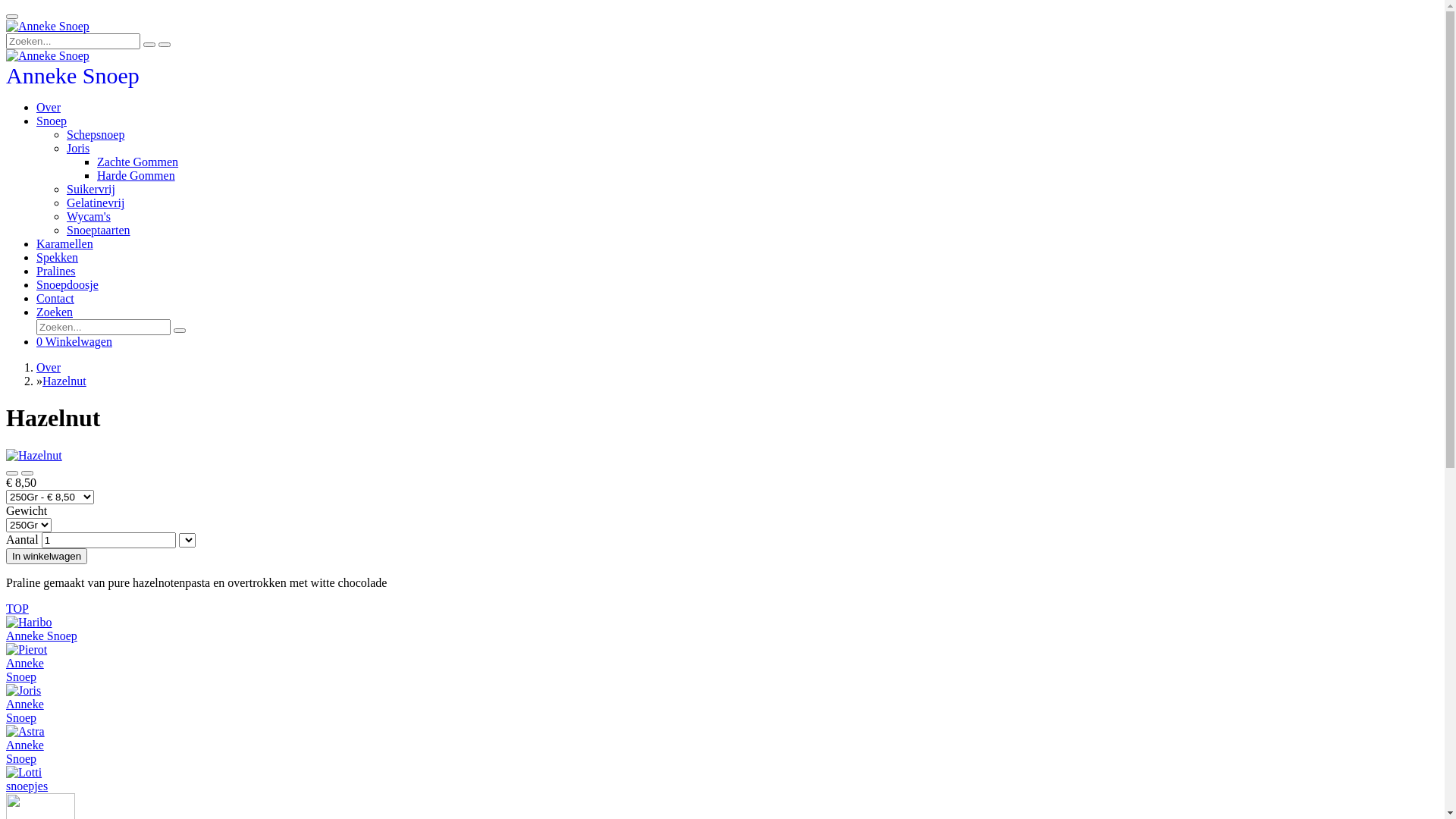 The height and width of the screenshot is (819, 1456). Describe the element at coordinates (55, 270) in the screenshot. I see `'Pralines'` at that location.